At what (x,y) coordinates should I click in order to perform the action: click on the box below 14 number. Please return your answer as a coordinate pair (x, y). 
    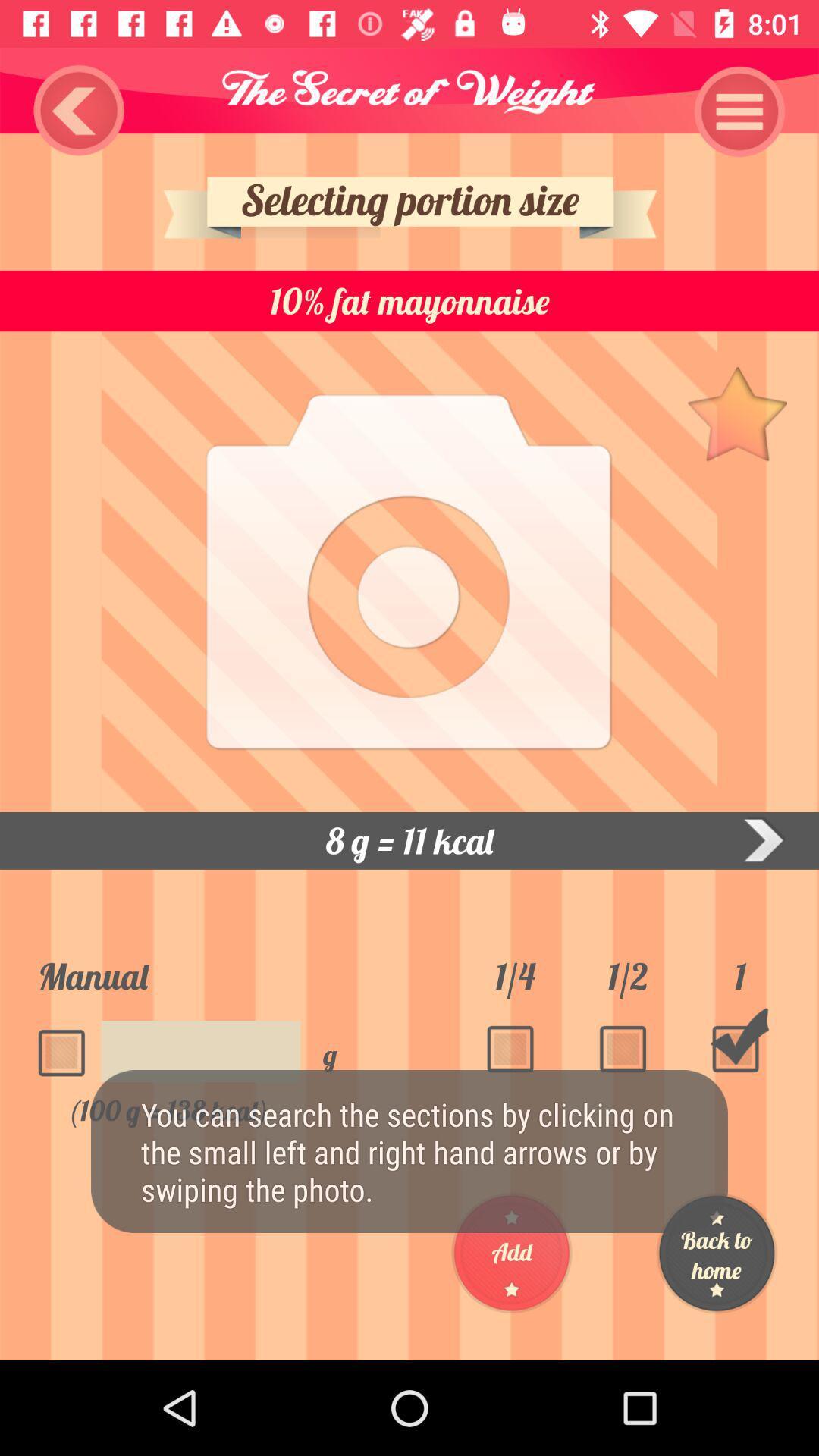
    Looking at the image, I should click on (514, 1040).